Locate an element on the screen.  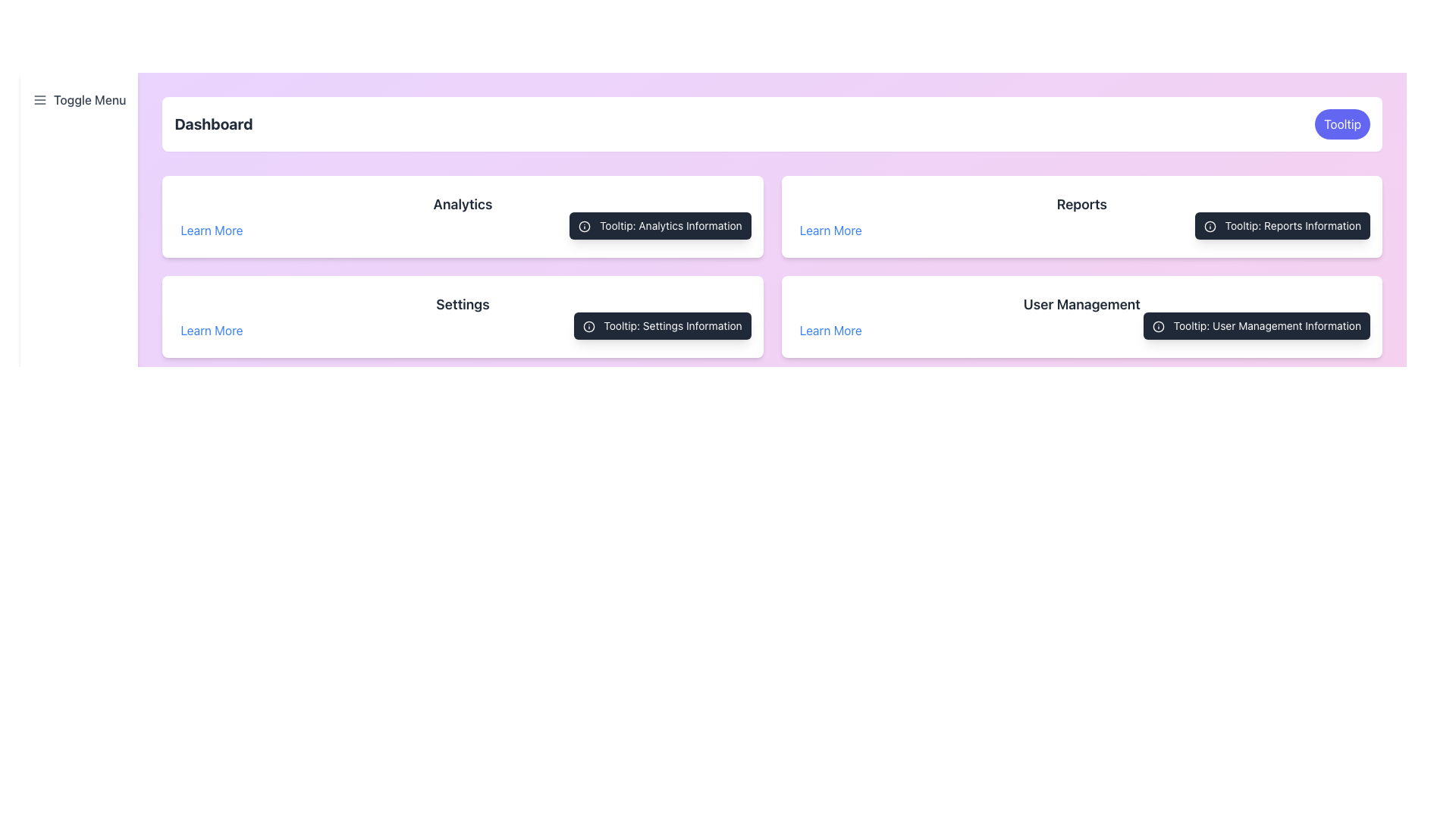
the tooltip associated with 'User Management' located towards the bottom right of the section, next to the 'Learn More' link is located at coordinates (1257, 325).